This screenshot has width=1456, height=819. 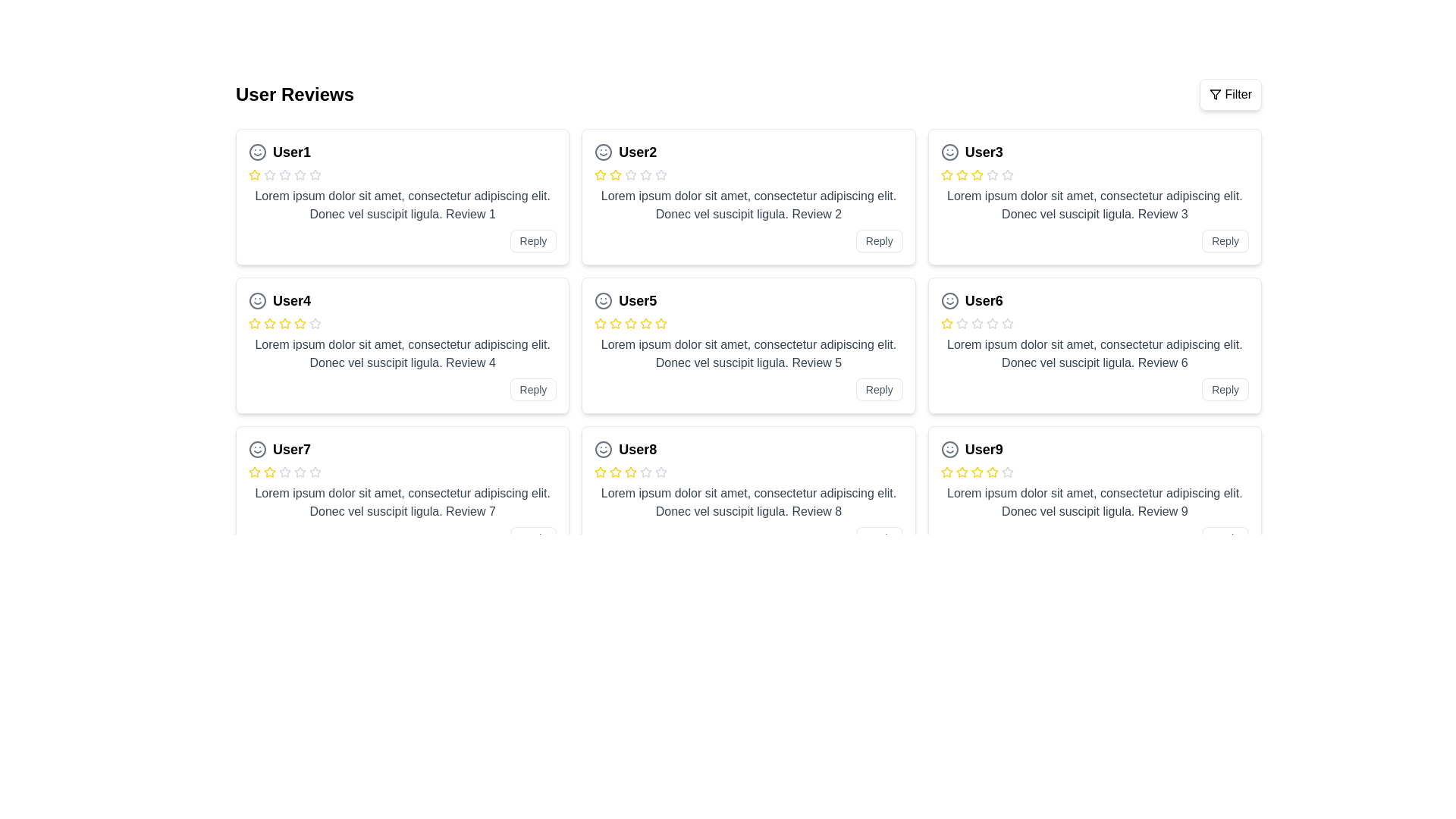 What do you see at coordinates (748, 205) in the screenshot?
I see `review content displayed in the text block for 'User2,' which is located in the right column of the first row under 'User Reviews.' This text block is positioned below the user name and rating components and above the 'Reply' button` at bounding box center [748, 205].